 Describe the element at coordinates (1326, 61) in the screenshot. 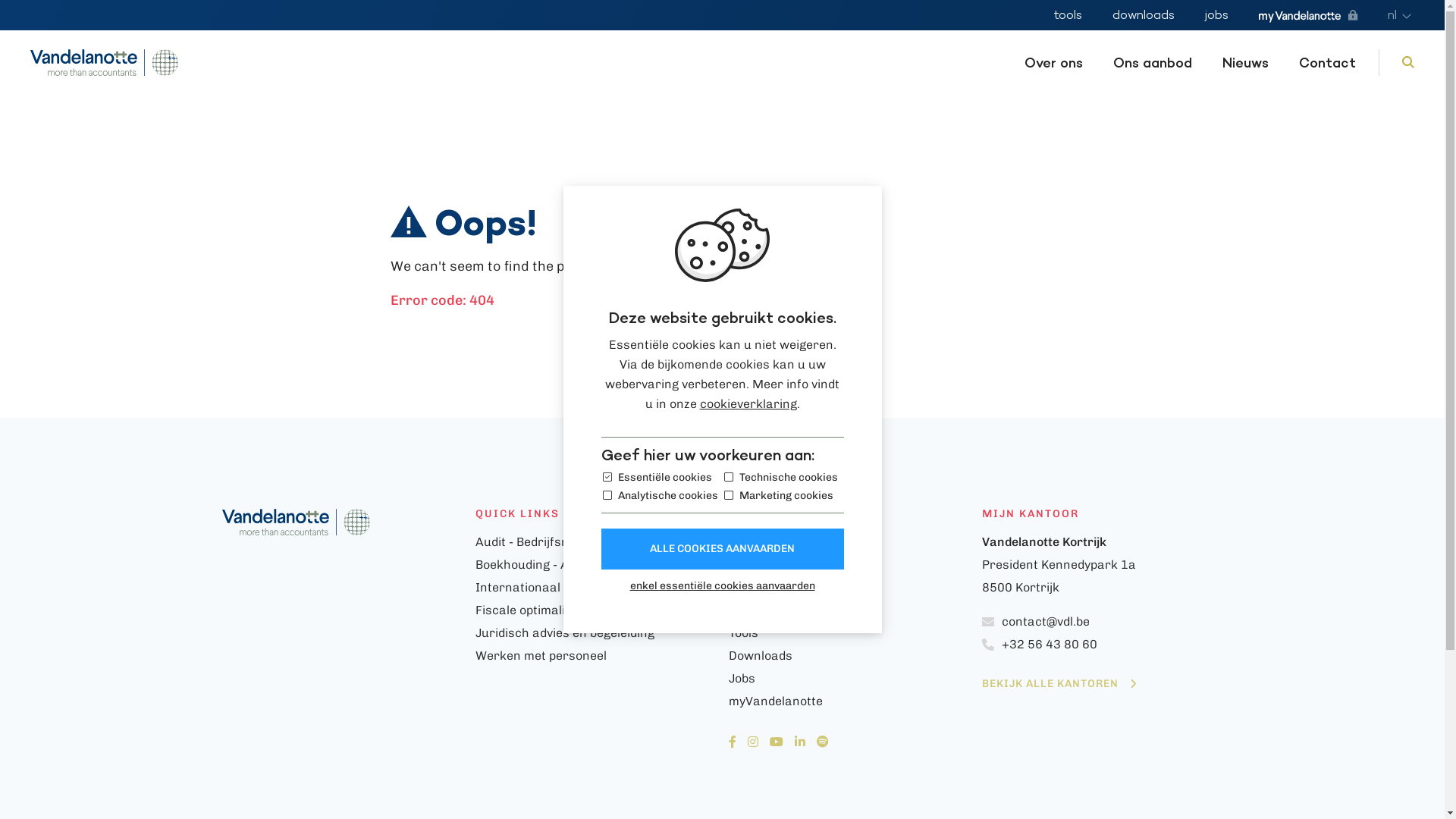

I see `'Contact'` at that location.